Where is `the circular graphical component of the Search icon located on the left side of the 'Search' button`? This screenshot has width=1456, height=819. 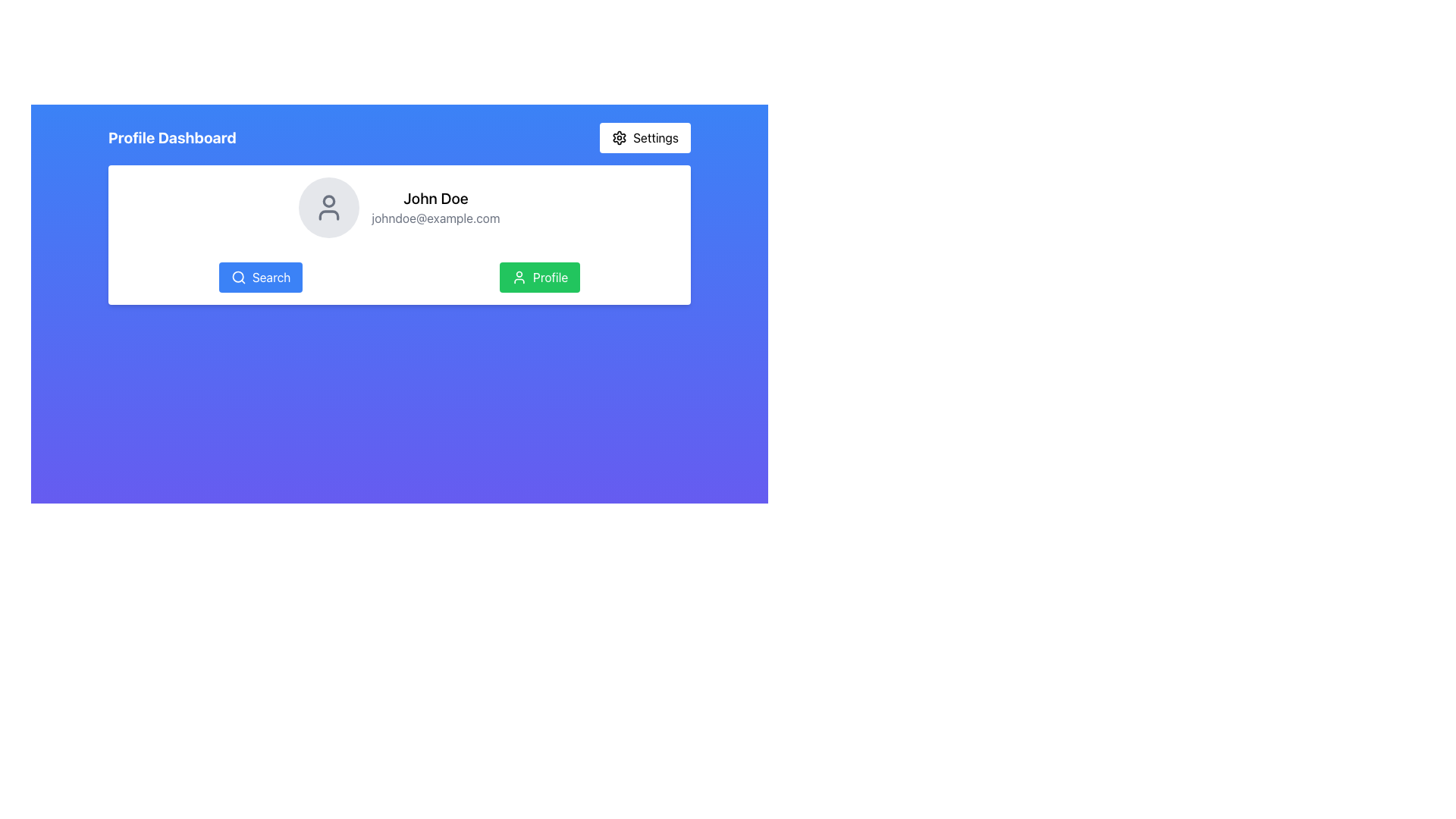 the circular graphical component of the Search icon located on the left side of the 'Search' button is located at coordinates (237, 277).